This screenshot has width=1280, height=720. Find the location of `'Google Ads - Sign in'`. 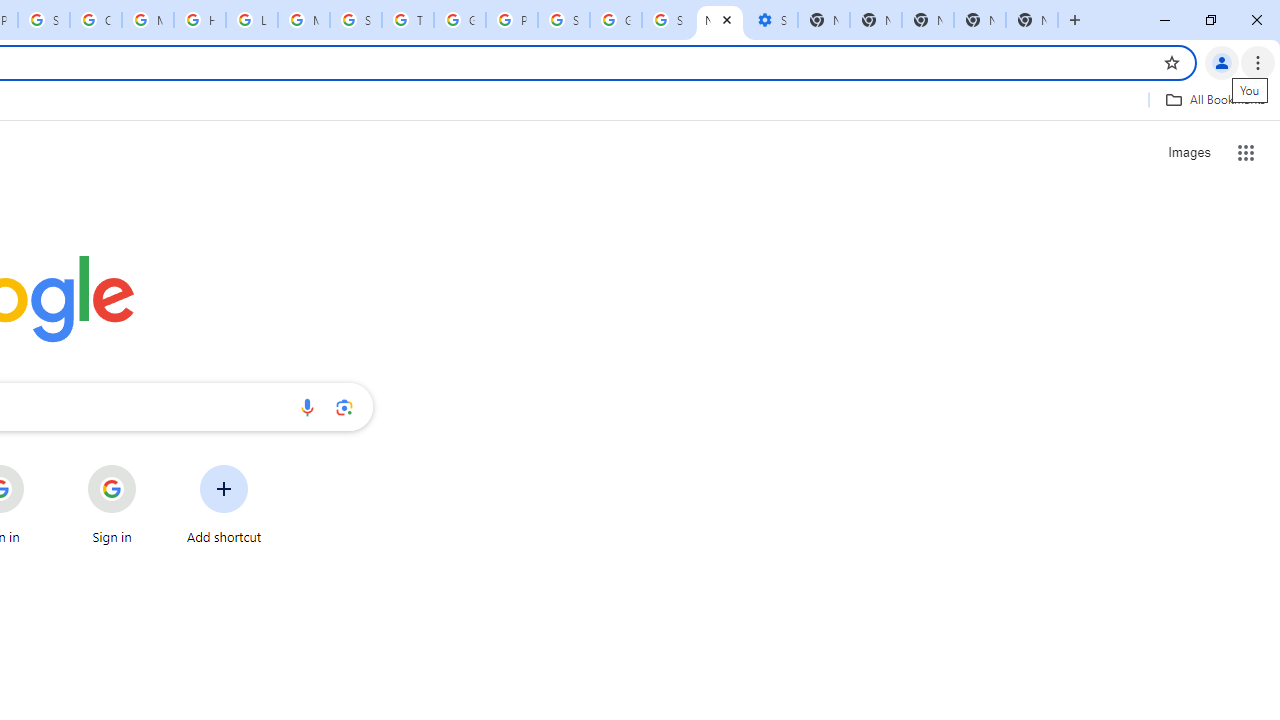

'Google Ads - Sign in' is located at coordinates (459, 20).